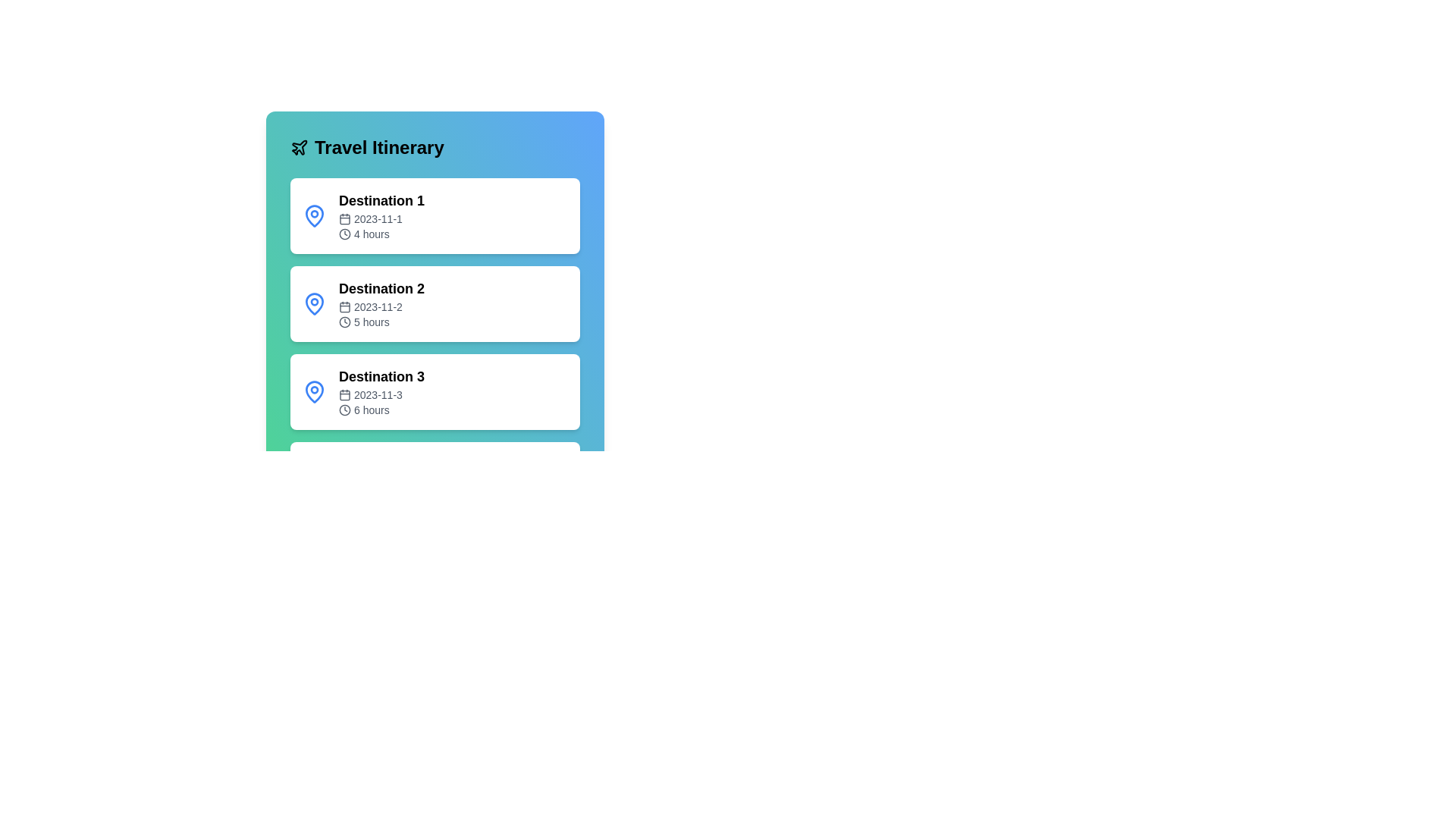 Image resolution: width=1456 pixels, height=819 pixels. I want to click on the decorative circle element within the clock icon located in the bottom-right corner of the 'Destination 2' entry box, positioned below the 'Destination 2' header text and calendar icon, so click(344, 321).